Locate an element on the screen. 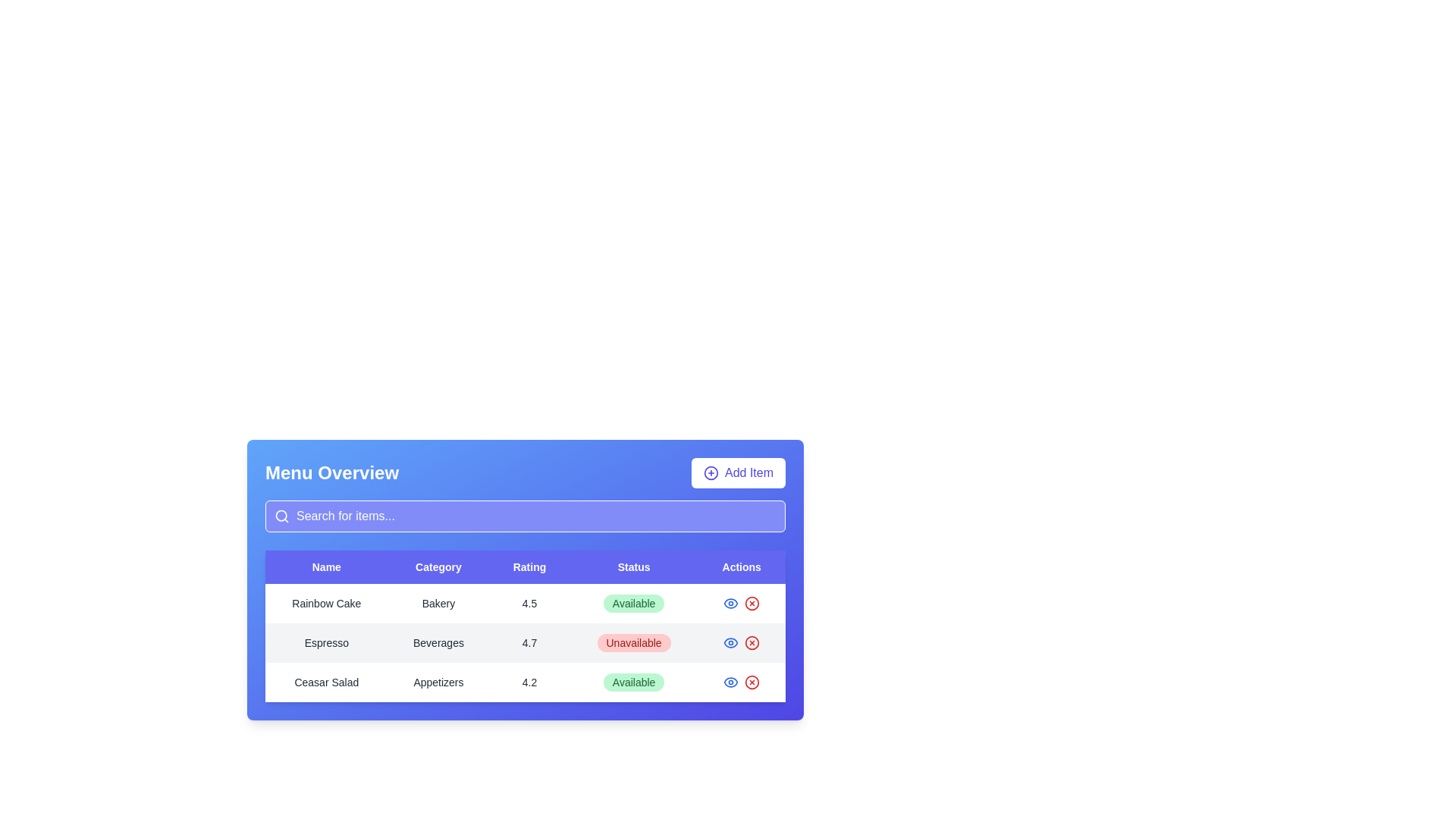  the search icon located in the top-left corner of the 'Menu Overview' section, which serves as a visual cue for the search functionality is located at coordinates (282, 516).